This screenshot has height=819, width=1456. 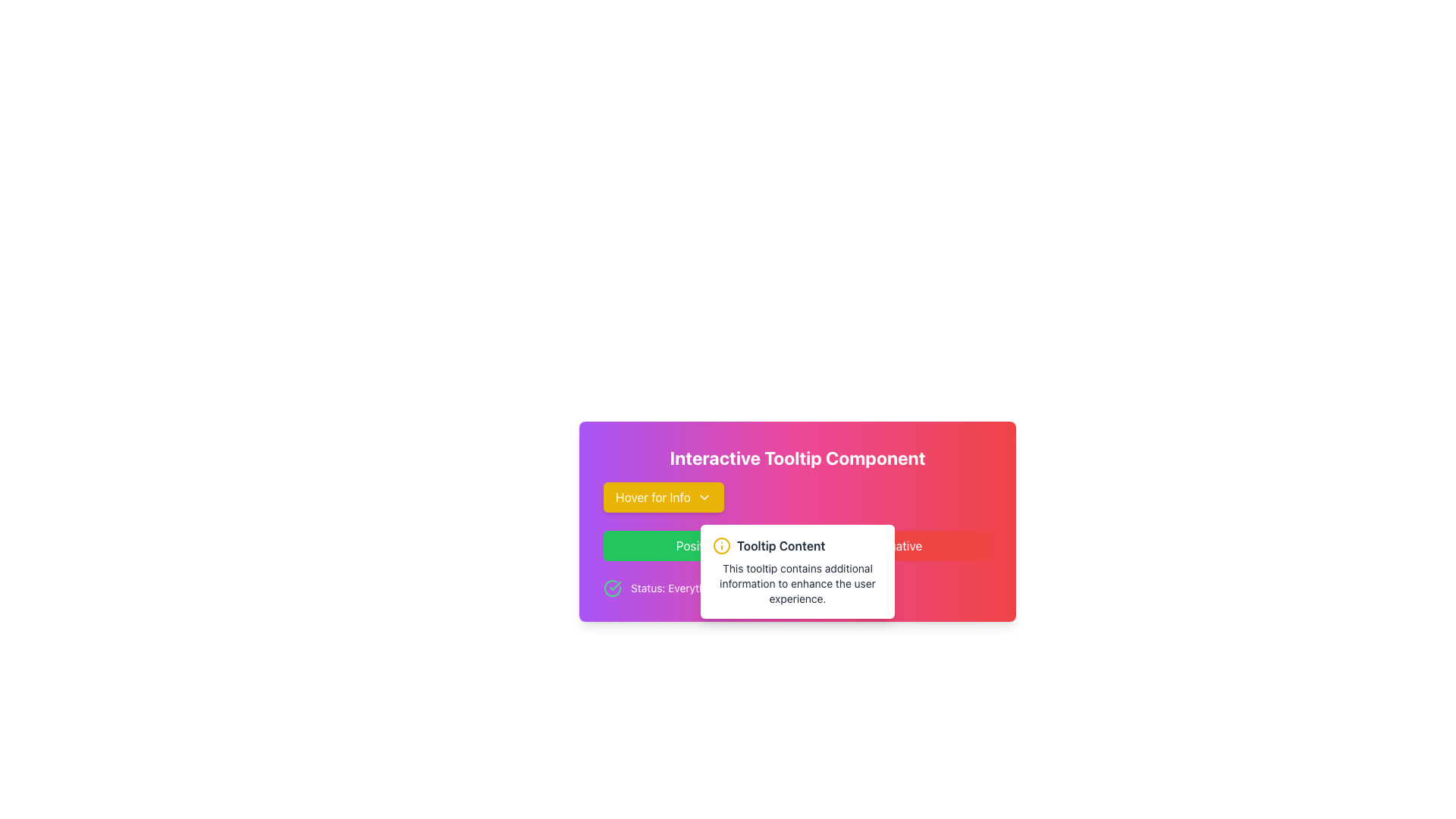 I want to click on the circular green checkmark icon indicating a successful status, located to the left side of the text 'Status: Everything looks good' in the status section, so click(x=612, y=587).